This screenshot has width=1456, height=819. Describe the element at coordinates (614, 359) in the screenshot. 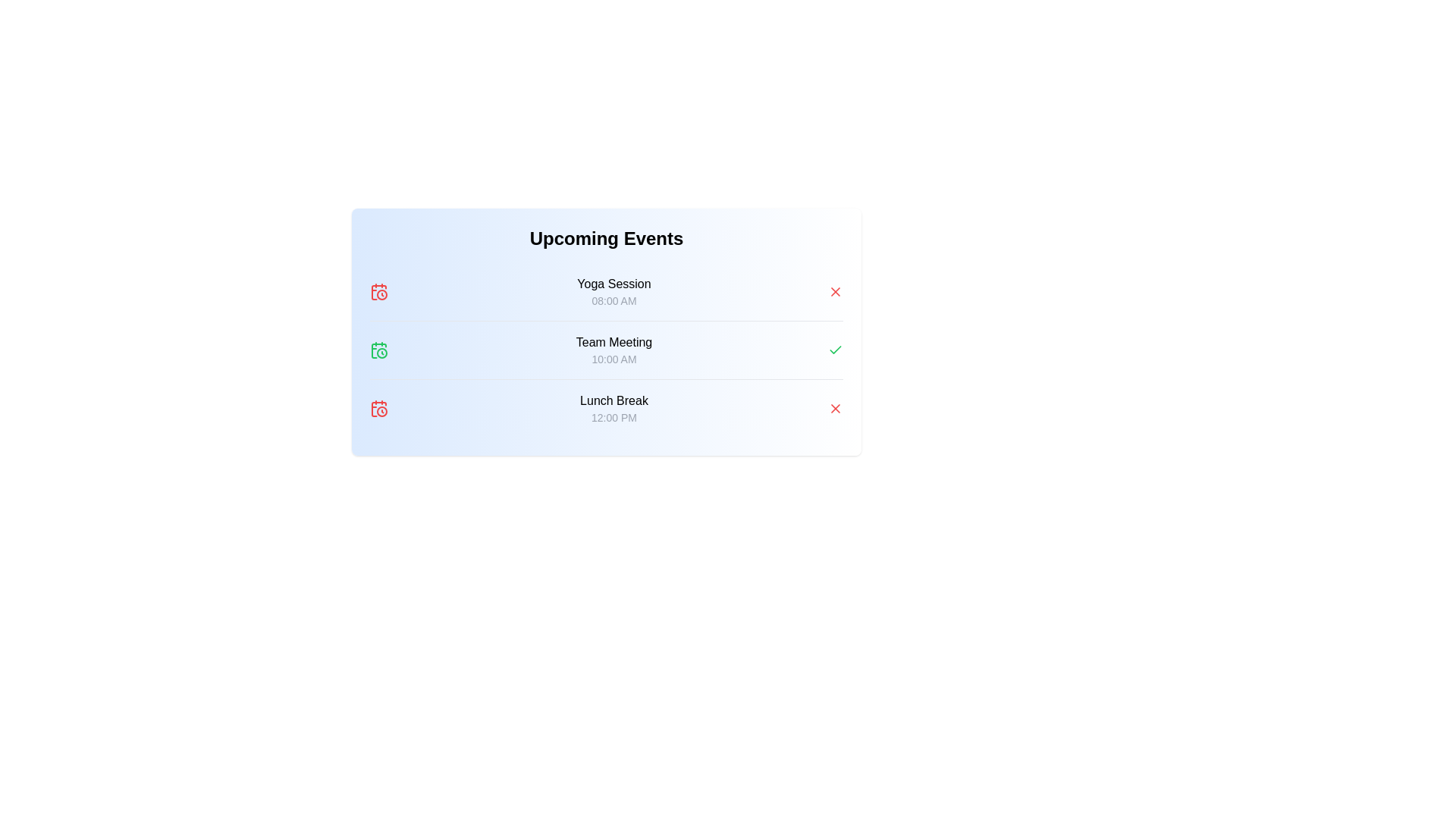

I see `the gray-colored text label displaying the time value '10:00 AM', positioned below the text 'Team Meeting'` at that location.